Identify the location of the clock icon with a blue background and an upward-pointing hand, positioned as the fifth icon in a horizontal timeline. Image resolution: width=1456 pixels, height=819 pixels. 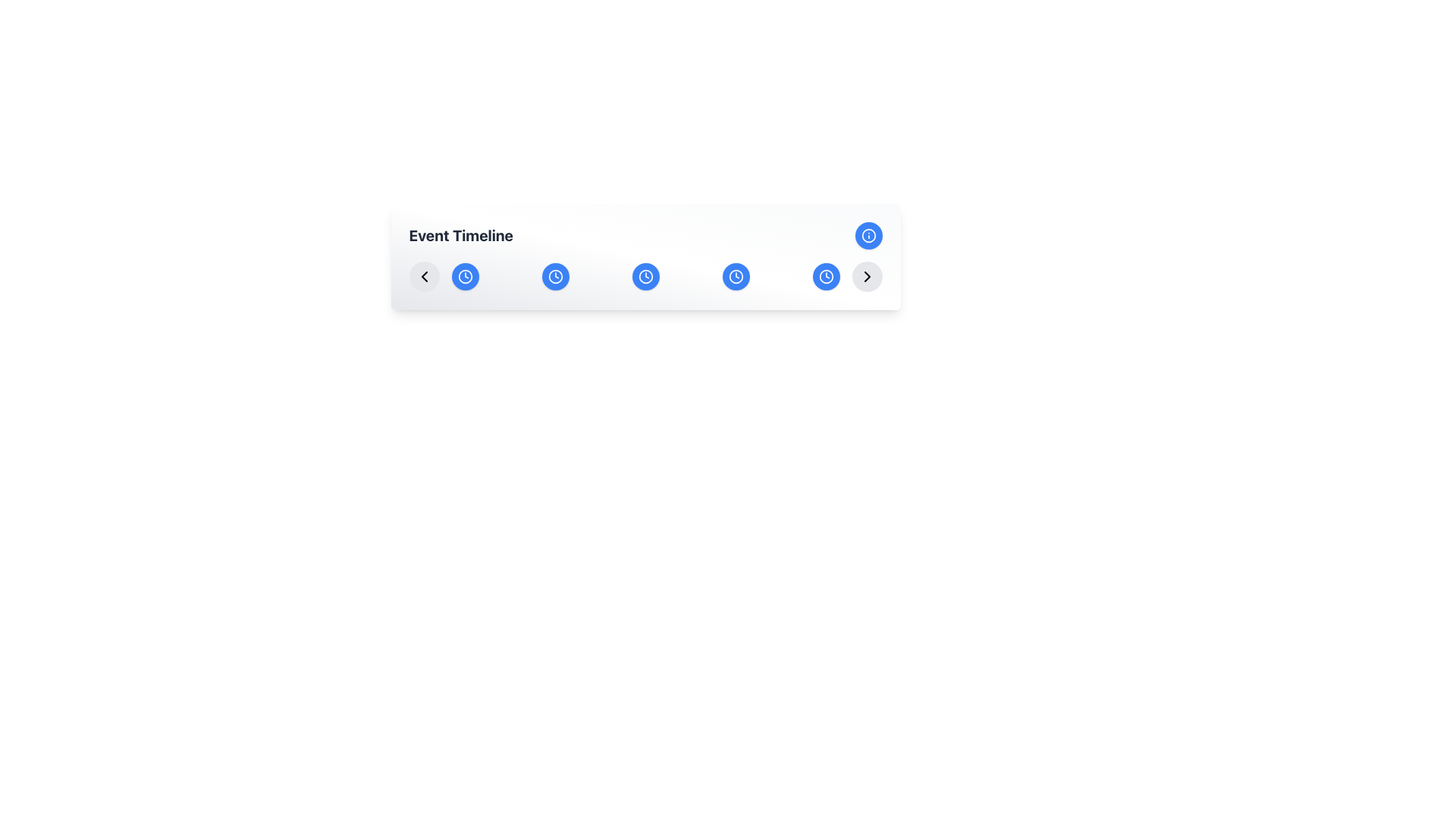
(736, 277).